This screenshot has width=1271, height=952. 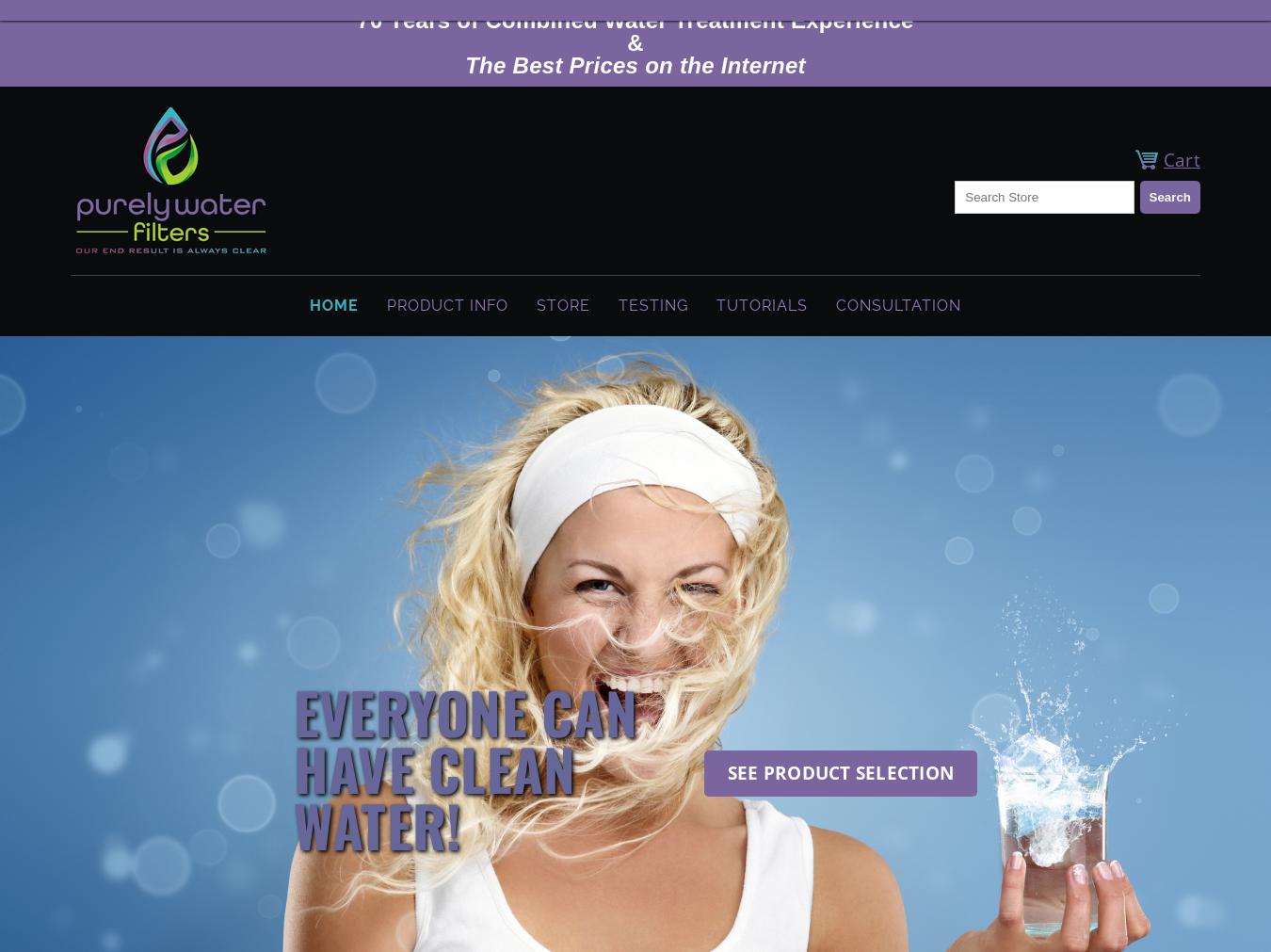 What do you see at coordinates (897, 305) in the screenshot?
I see `'Consultation'` at bounding box center [897, 305].